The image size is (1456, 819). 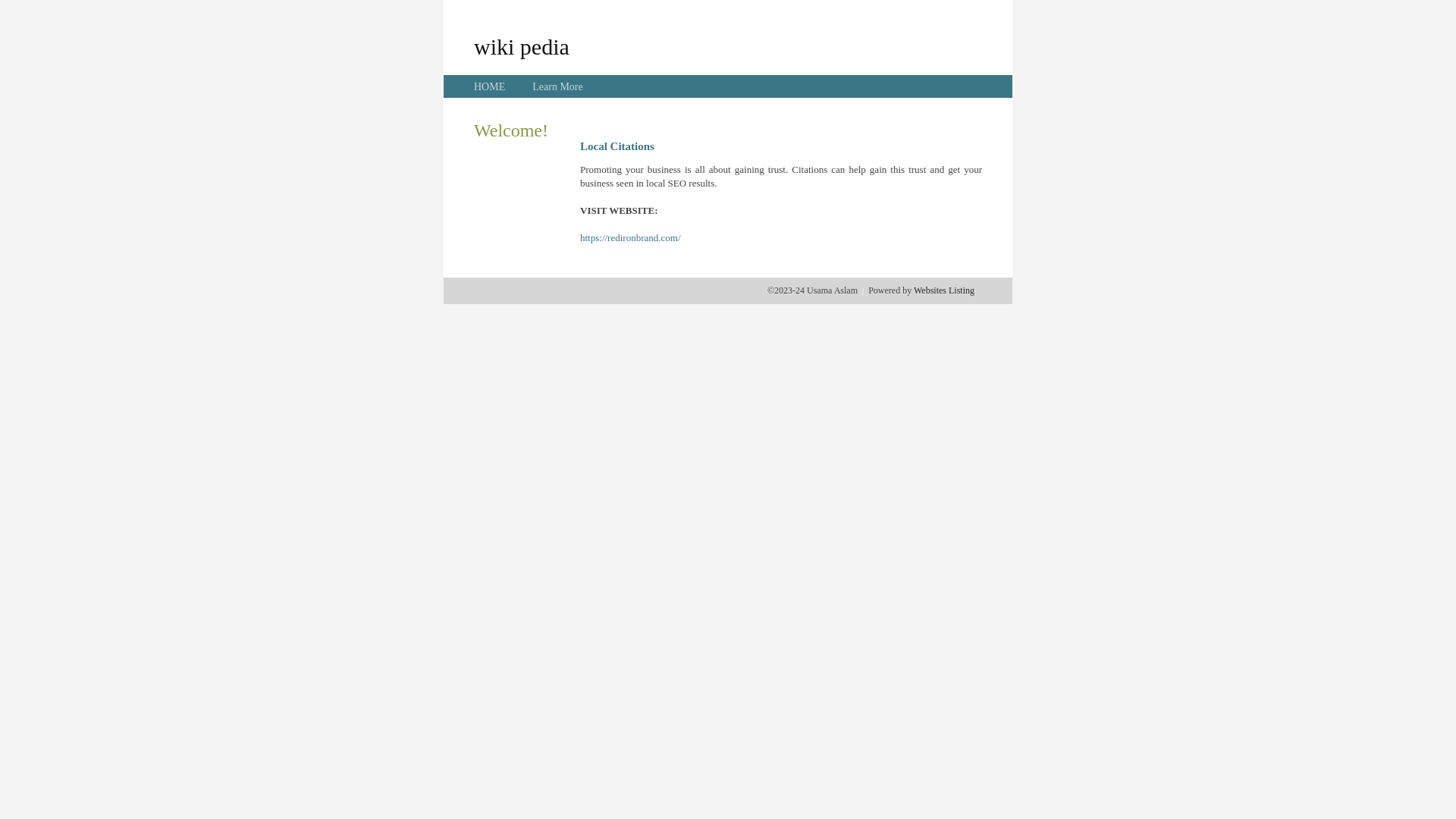 What do you see at coordinates (630, 237) in the screenshot?
I see `'https://redironbrand.com/'` at bounding box center [630, 237].